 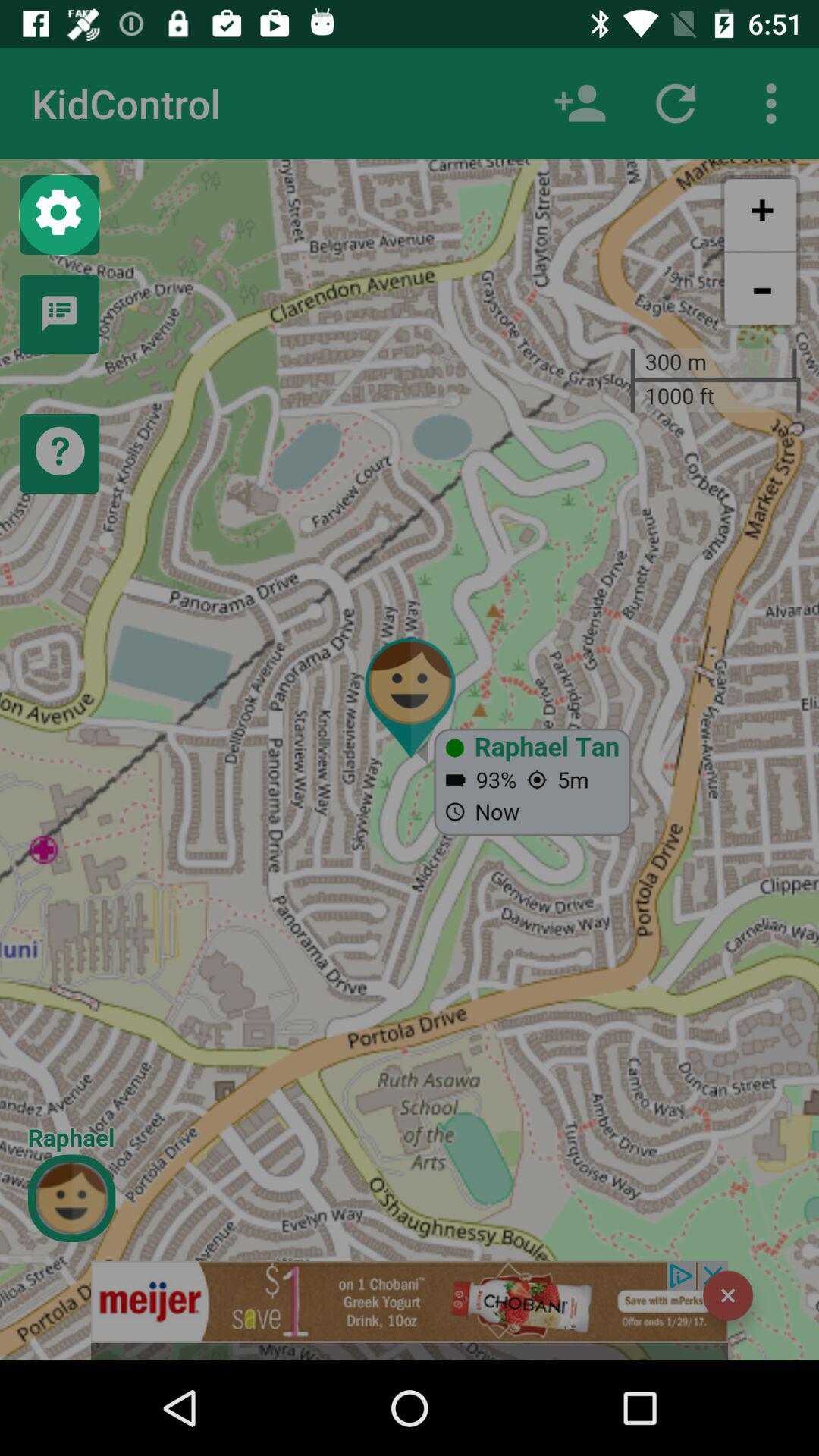 What do you see at coordinates (579, 102) in the screenshot?
I see `a person` at bounding box center [579, 102].